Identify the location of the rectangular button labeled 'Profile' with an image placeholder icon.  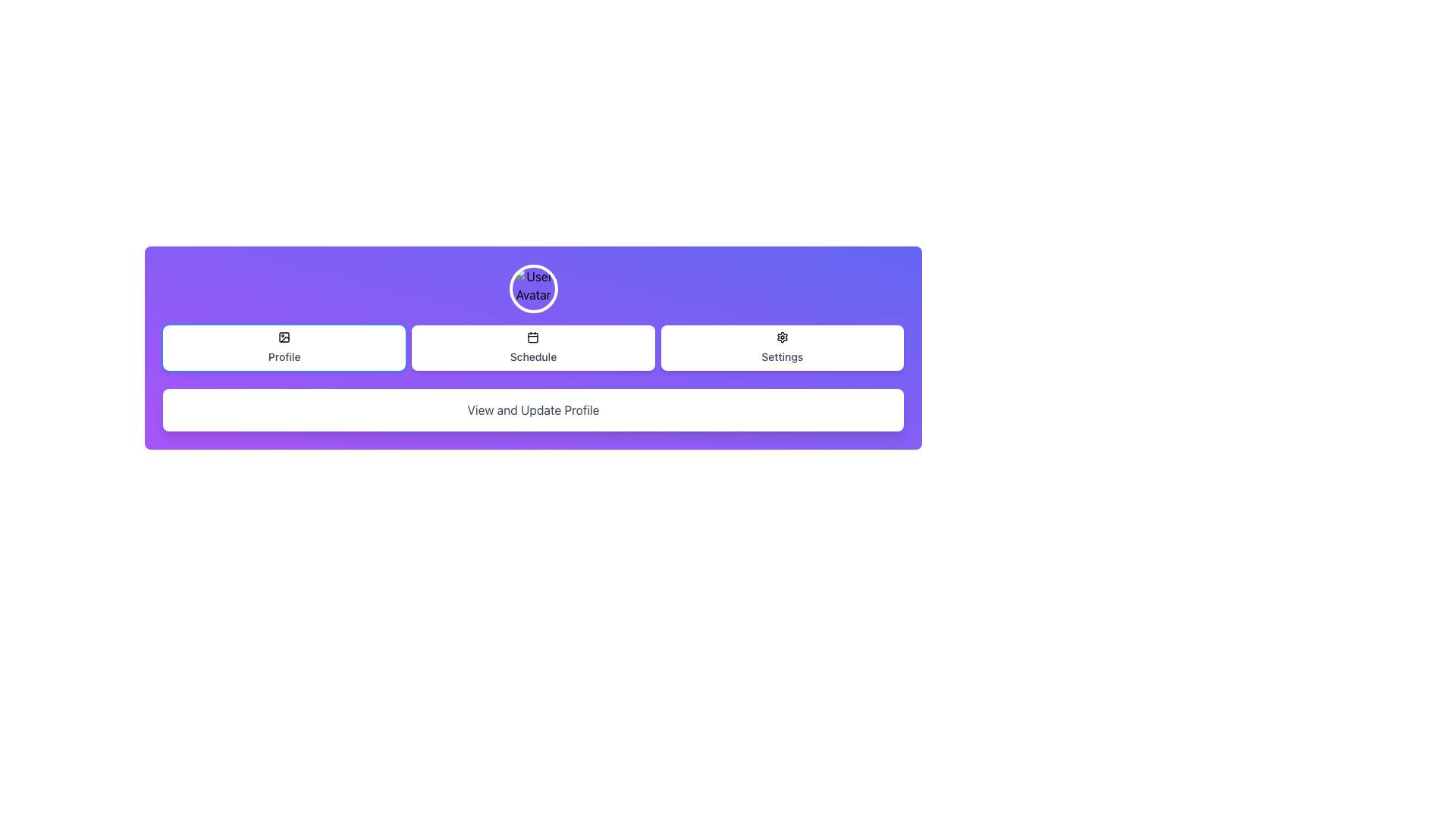
(284, 348).